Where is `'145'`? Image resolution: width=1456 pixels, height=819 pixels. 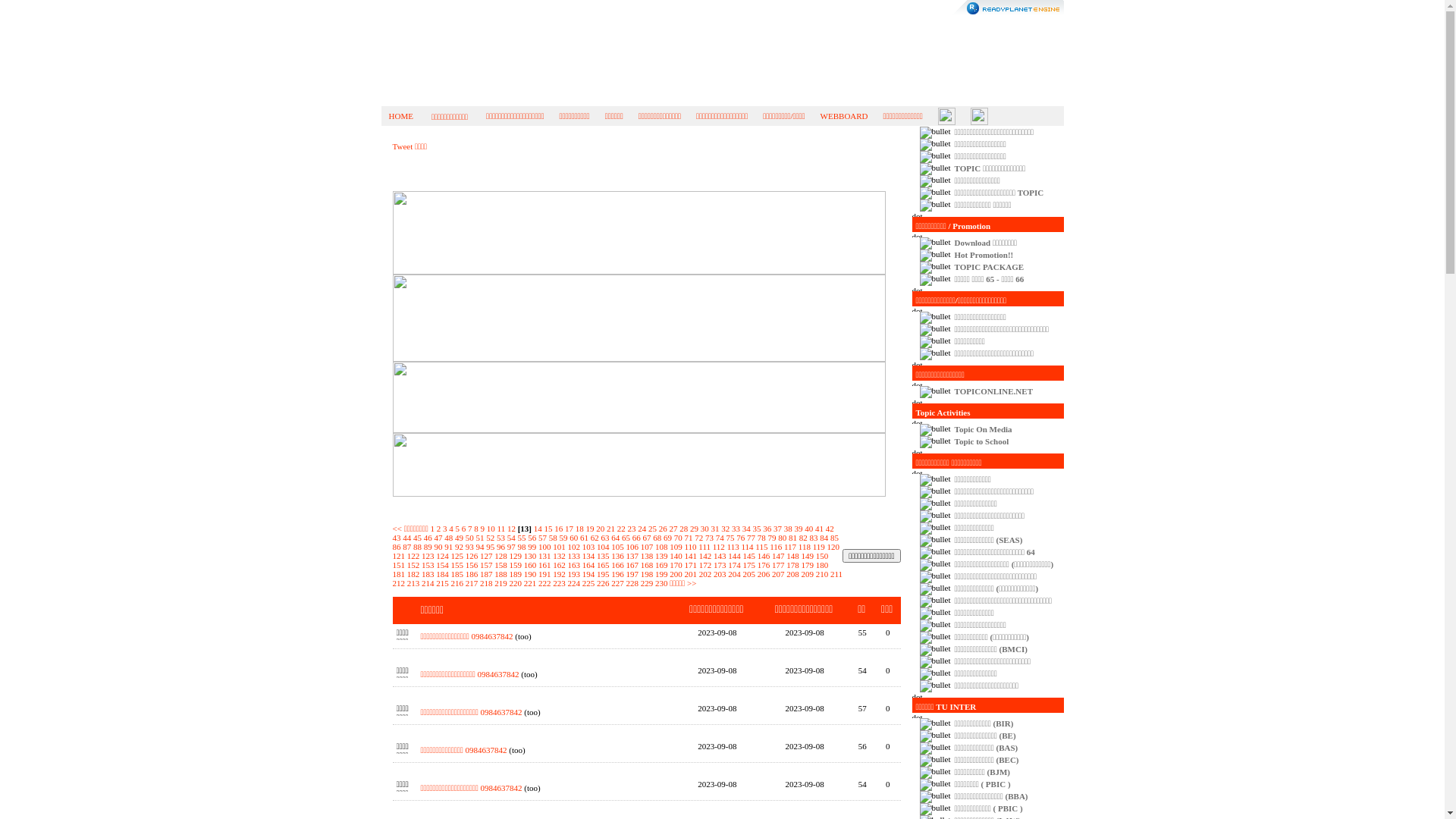 '145' is located at coordinates (749, 555).